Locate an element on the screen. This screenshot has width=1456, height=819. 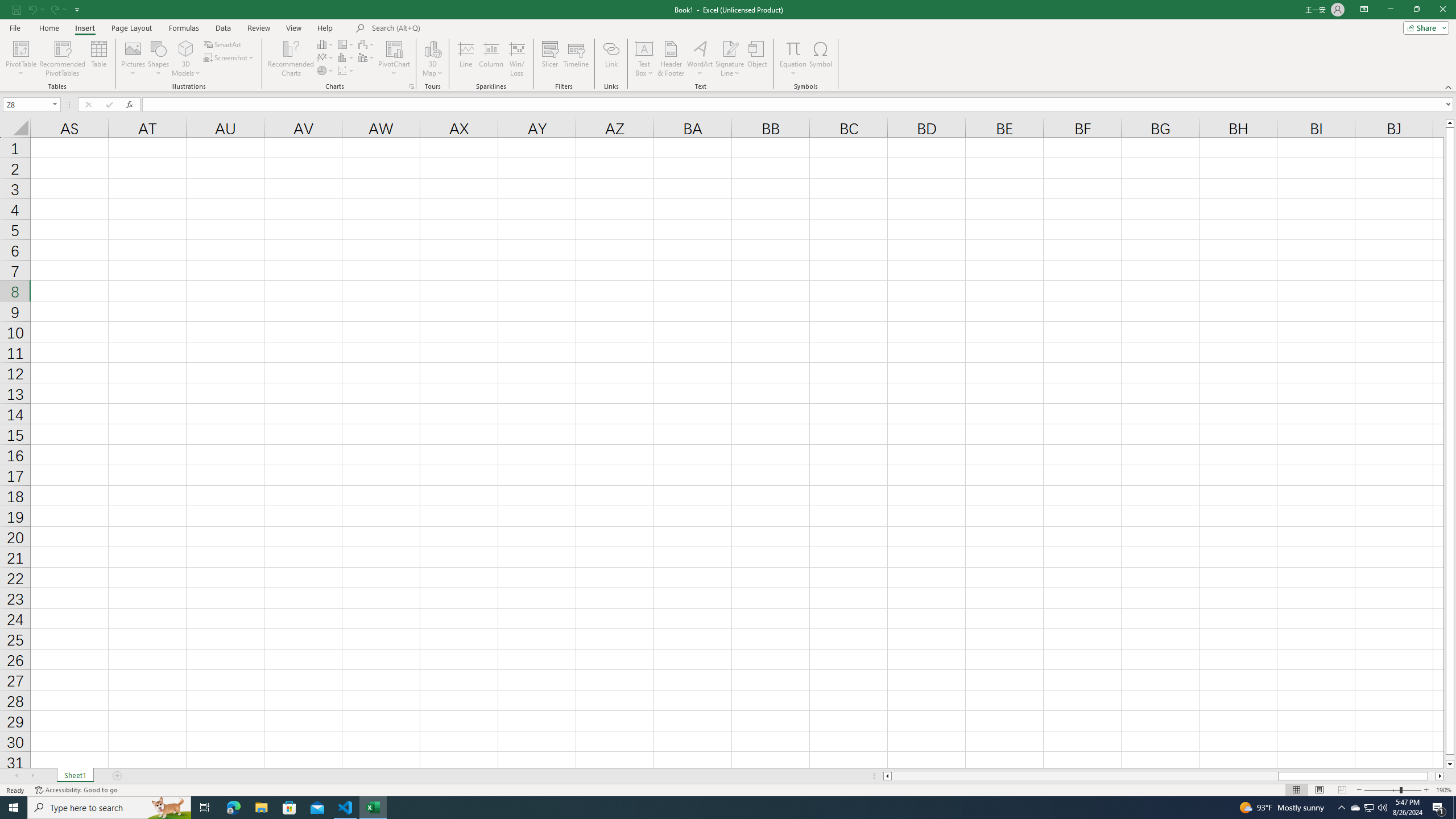
'Microsoft search' is located at coordinates (450, 28).